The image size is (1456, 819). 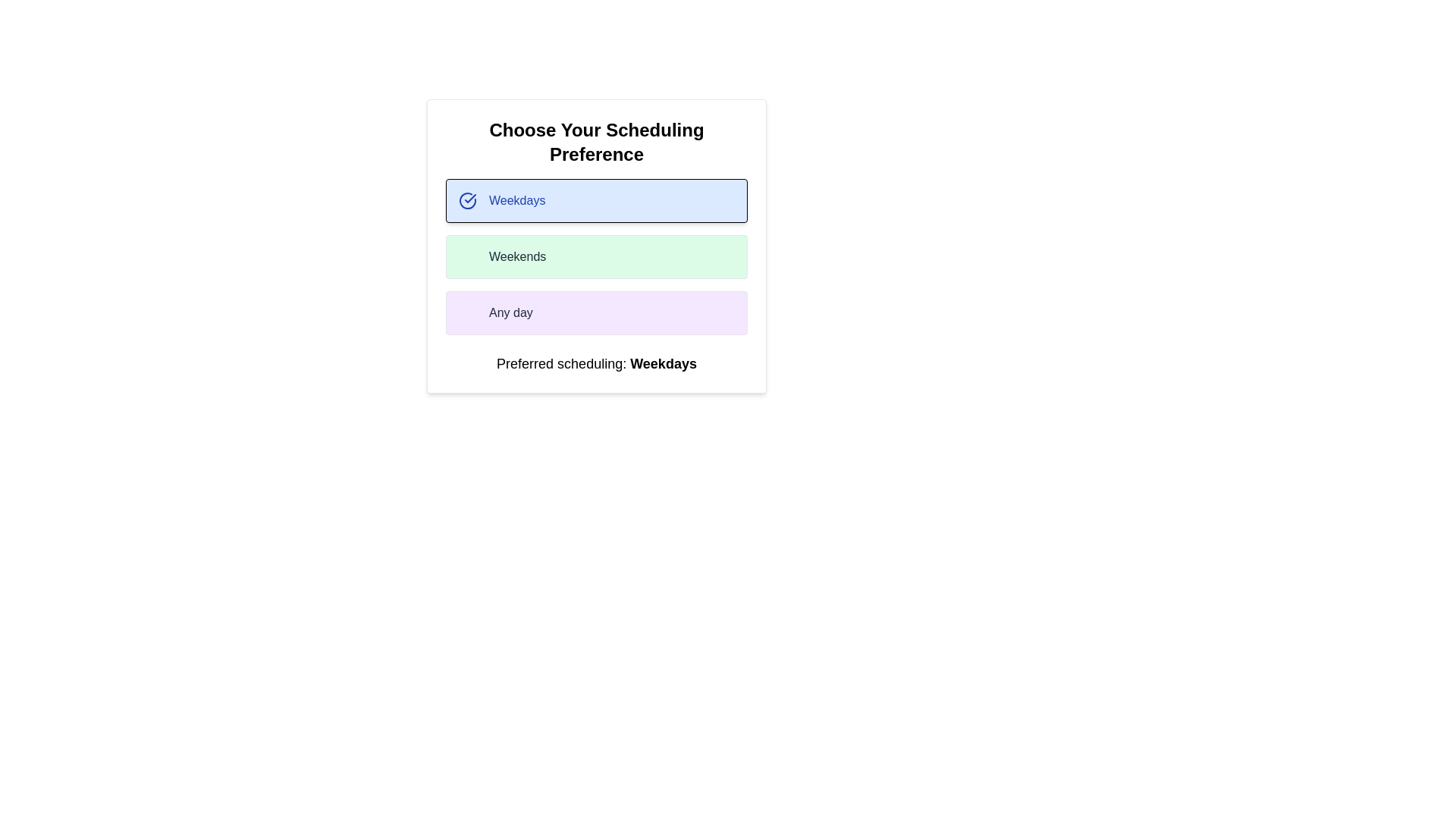 What do you see at coordinates (596, 256) in the screenshot?
I see `the 'Weekends' option in the scheduling preferences list` at bounding box center [596, 256].